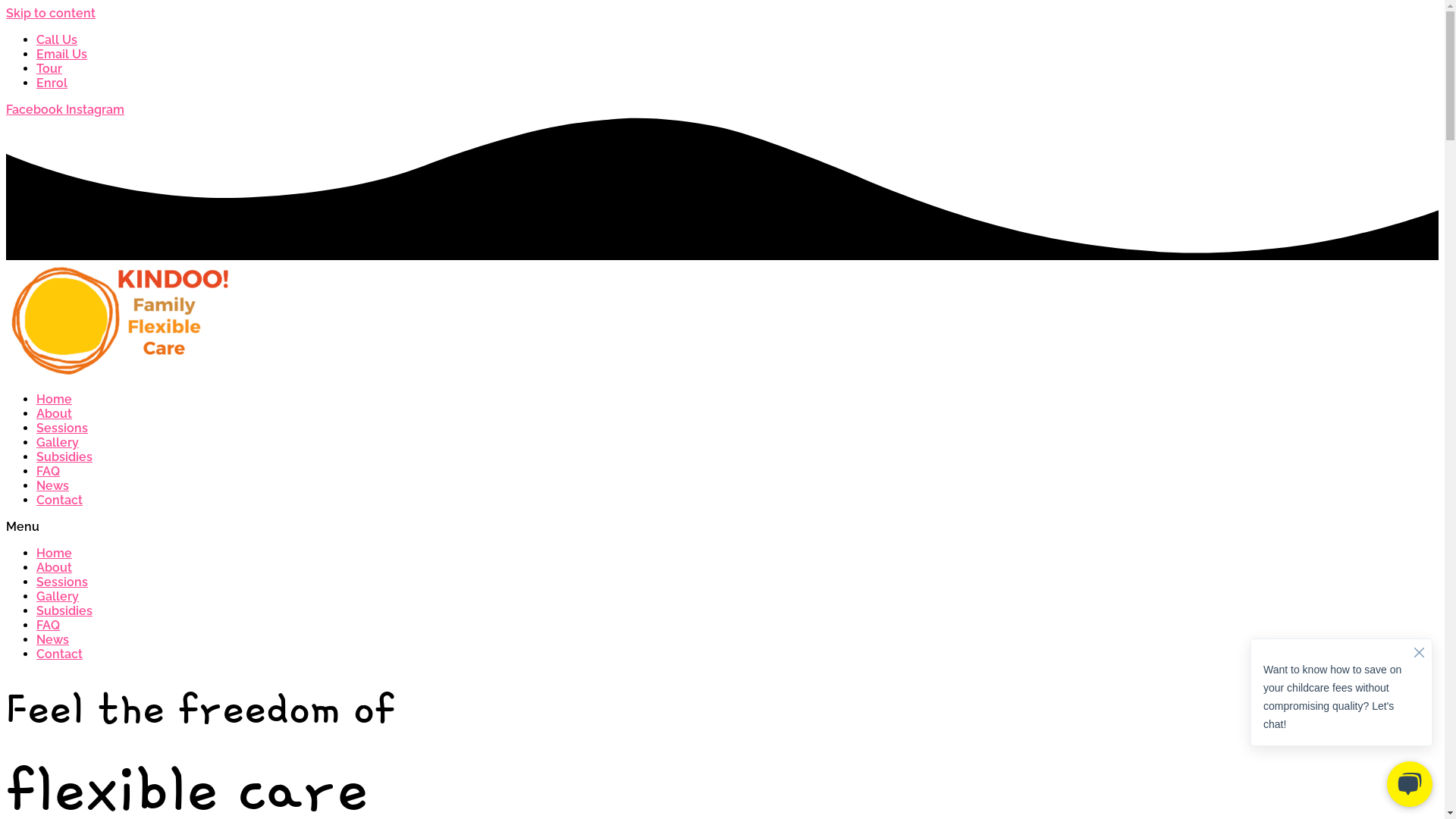 The height and width of the screenshot is (819, 1456). What do you see at coordinates (64, 610) in the screenshot?
I see `'Subsidies'` at bounding box center [64, 610].